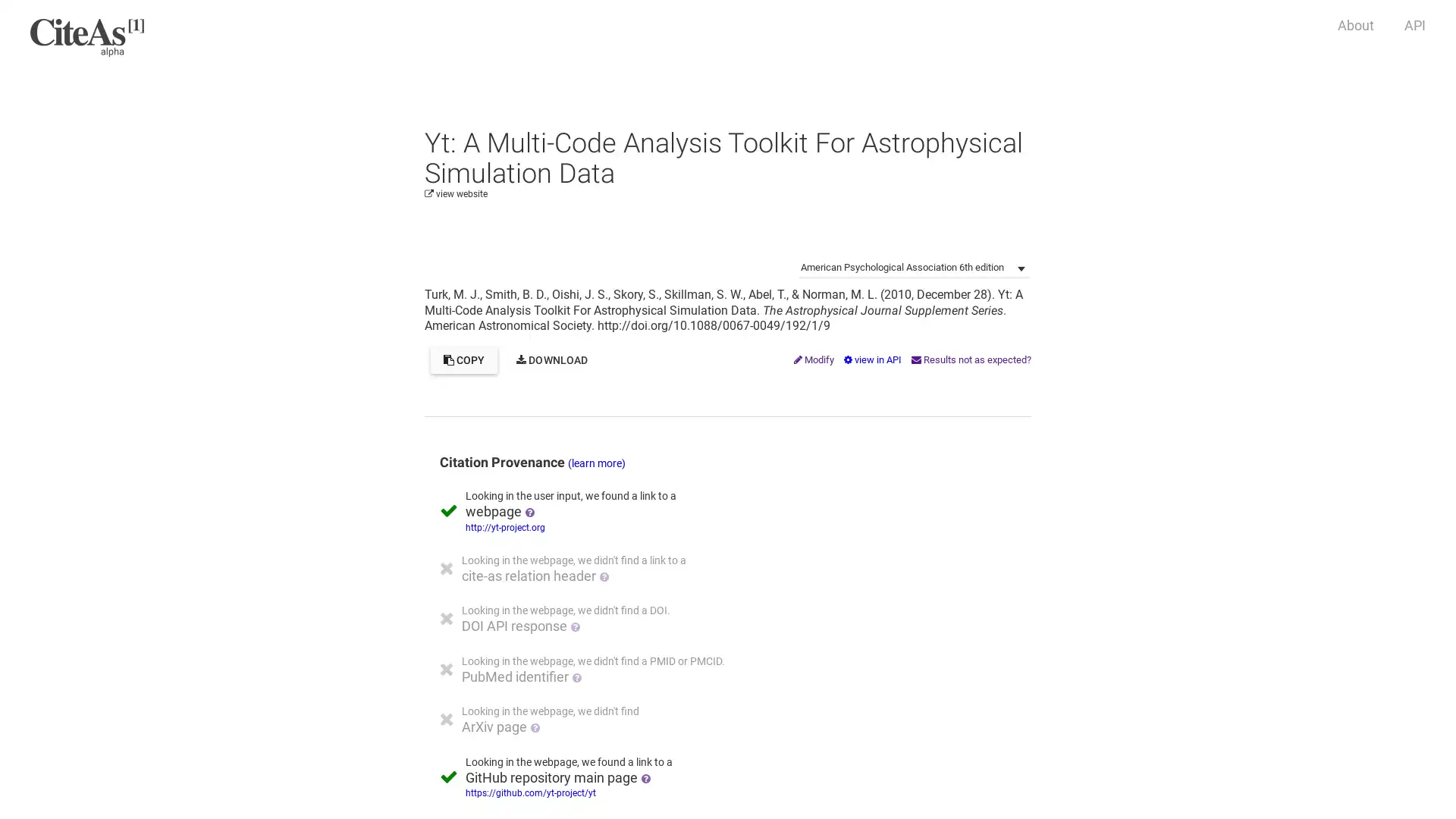  What do you see at coordinates (463, 359) in the screenshot?
I see `Copy` at bounding box center [463, 359].